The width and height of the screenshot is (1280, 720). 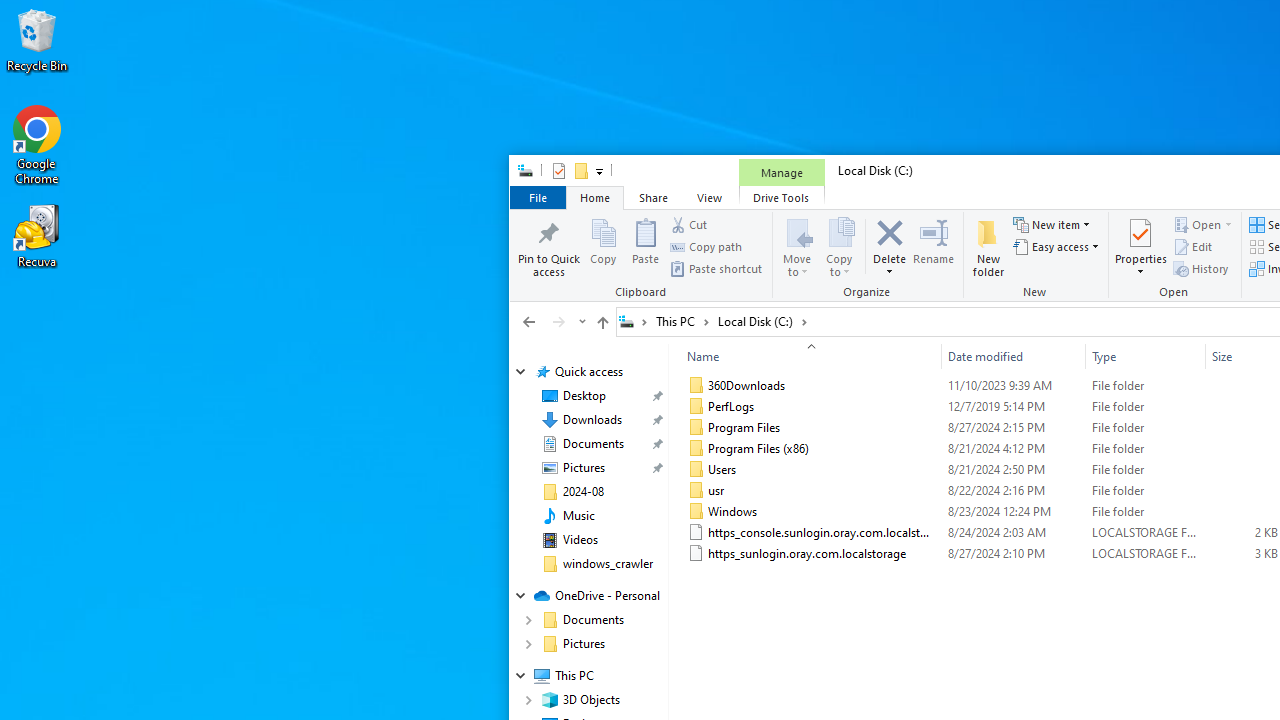 What do you see at coordinates (781, 171) in the screenshot?
I see `'Manage'` at bounding box center [781, 171].